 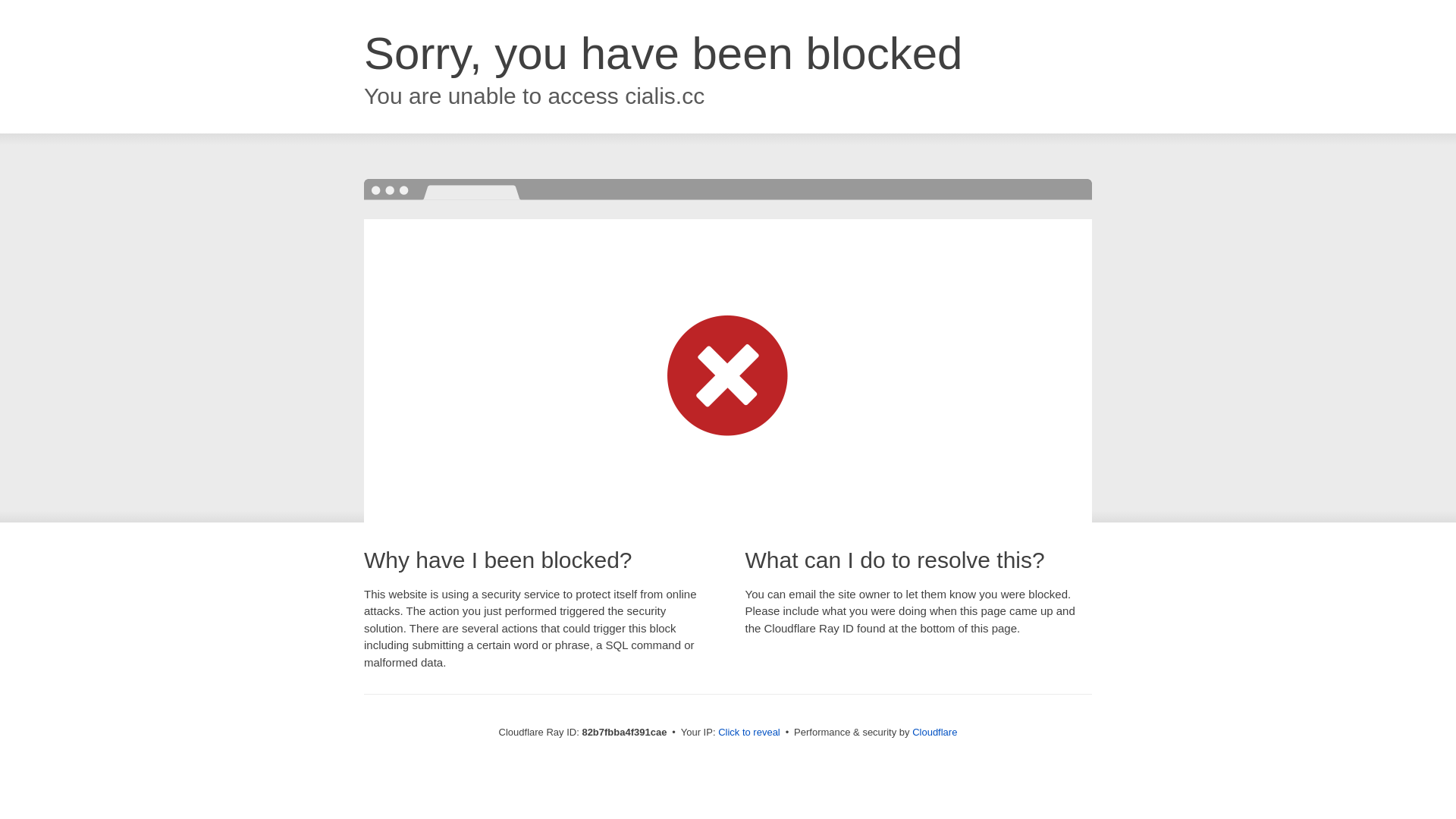 What do you see at coordinates (934, 731) in the screenshot?
I see `'Cloudflare'` at bounding box center [934, 731].